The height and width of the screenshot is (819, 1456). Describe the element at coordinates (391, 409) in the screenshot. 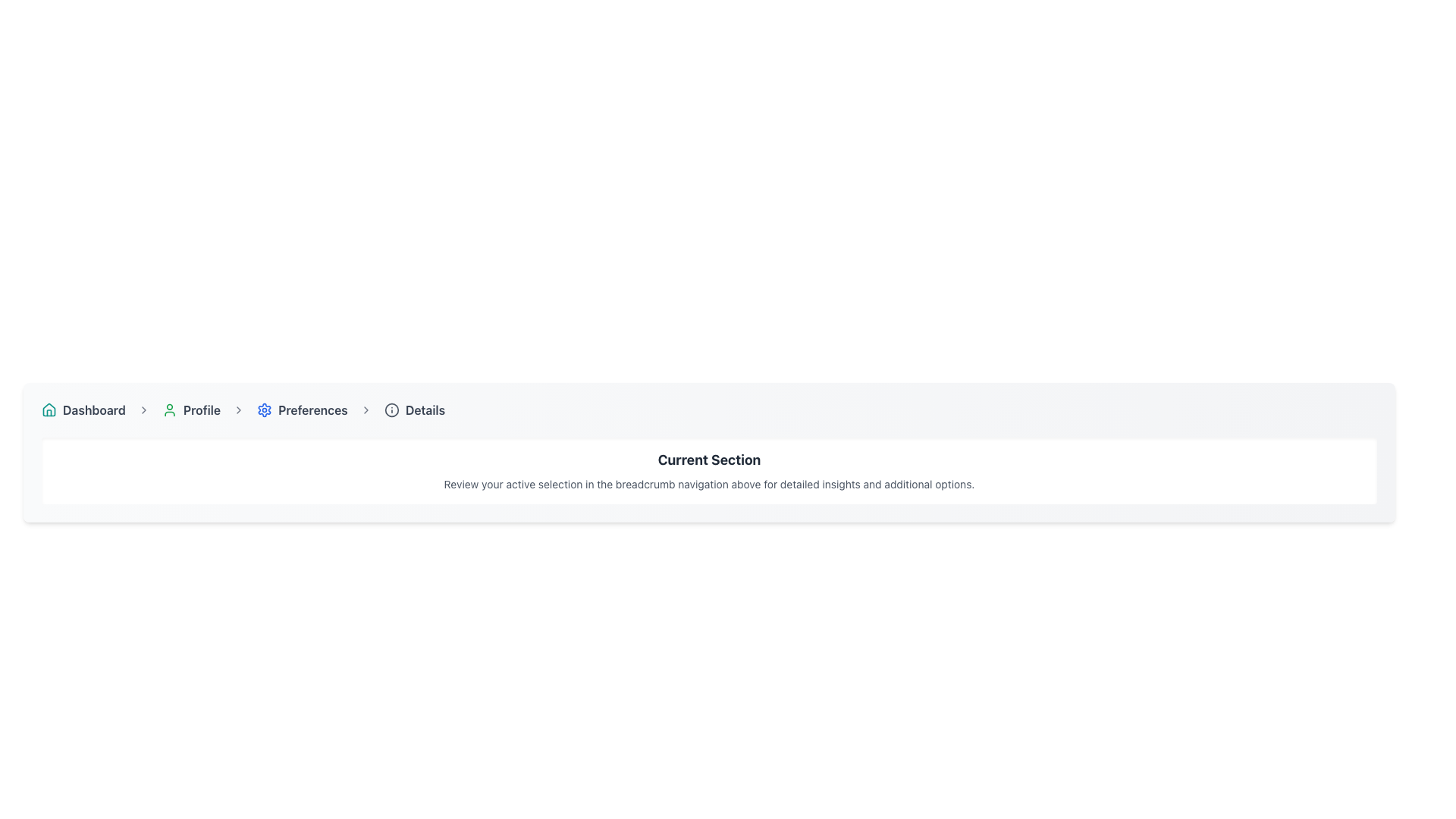

I see `the 'Details' navigation icon located in the breadcrumb navigation bar, positioned to the left of the text label` at that location.